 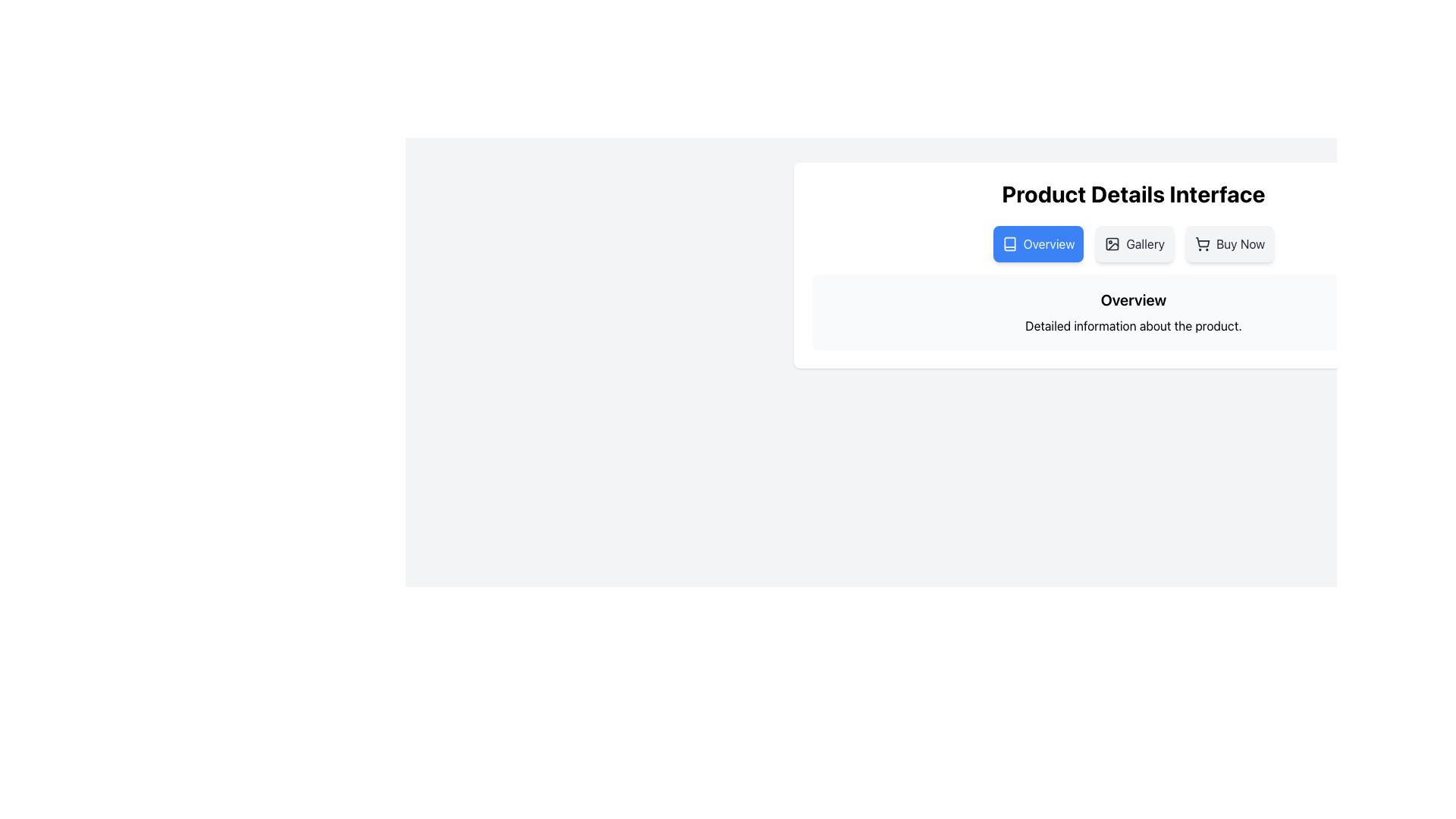 I want to click on the Text label part of the purchase button, which is located in the top-right corner of the 'Product Details Interface' header section, following an SVG shopping cart icon and adjacent to the 'Gallery' button, so click(x=1241, y=243).